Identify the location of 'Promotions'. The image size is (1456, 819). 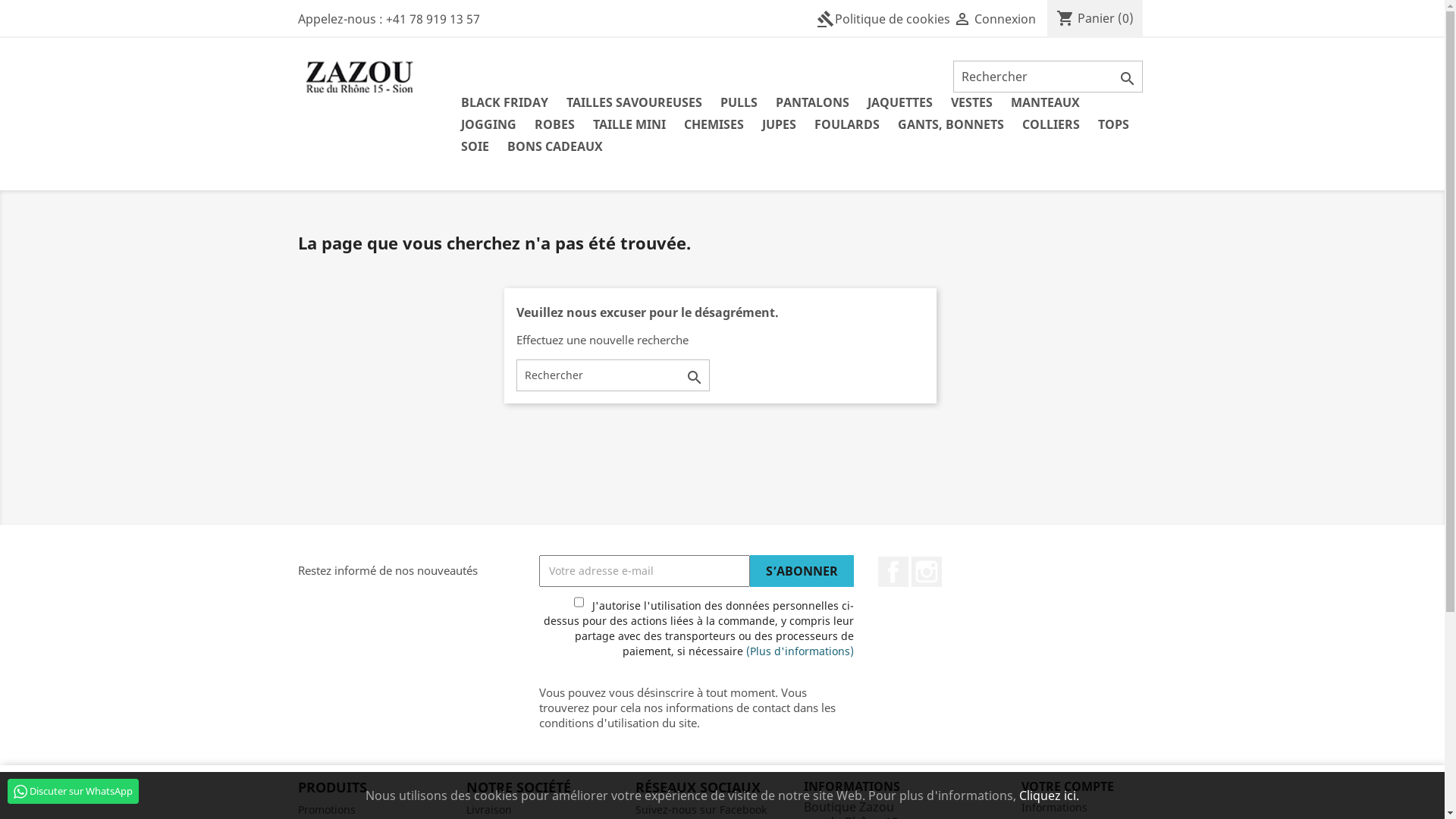
(297, 808).